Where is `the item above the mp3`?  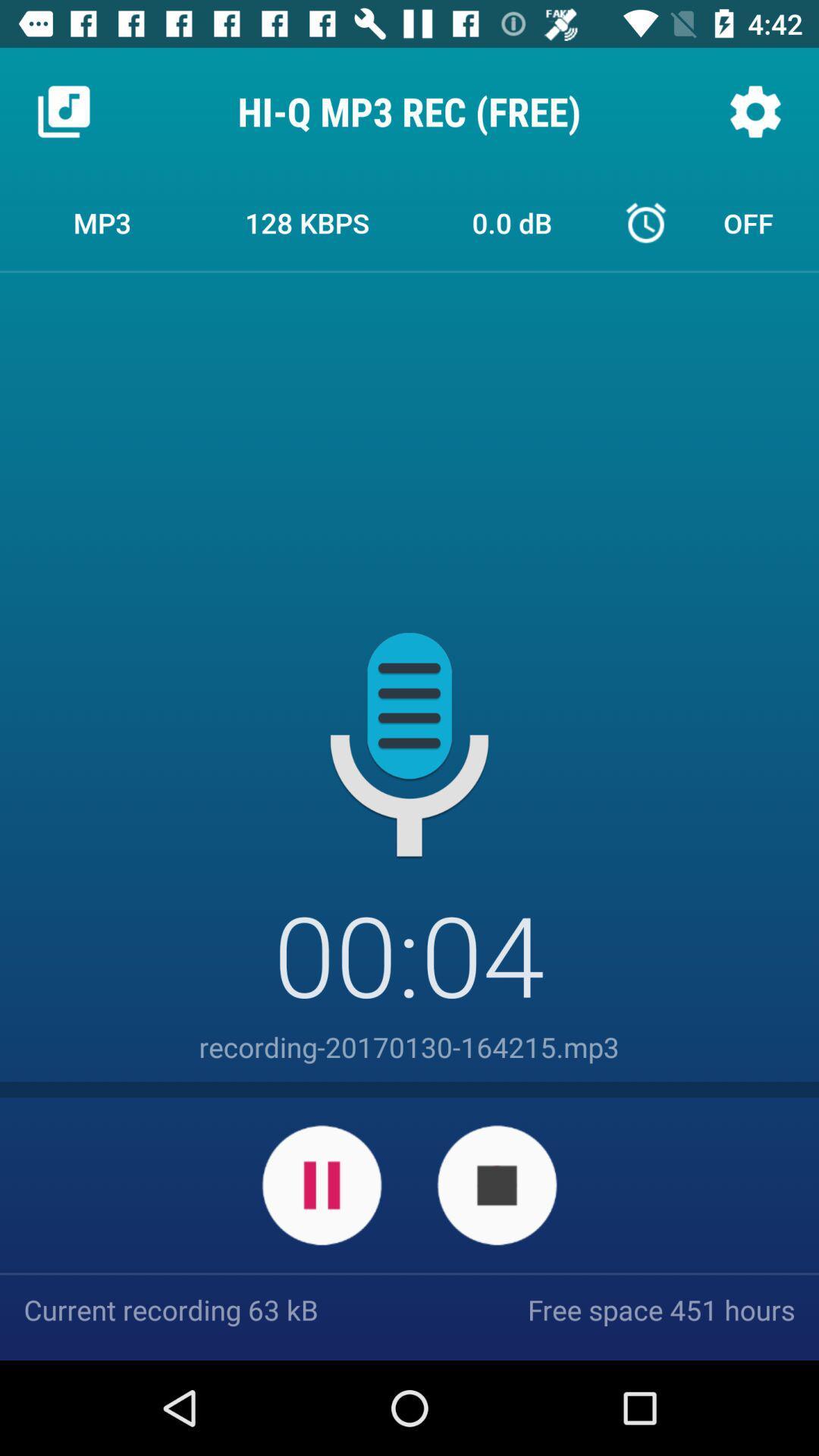
the item above the mp3 is located at coordinates (63, 111).